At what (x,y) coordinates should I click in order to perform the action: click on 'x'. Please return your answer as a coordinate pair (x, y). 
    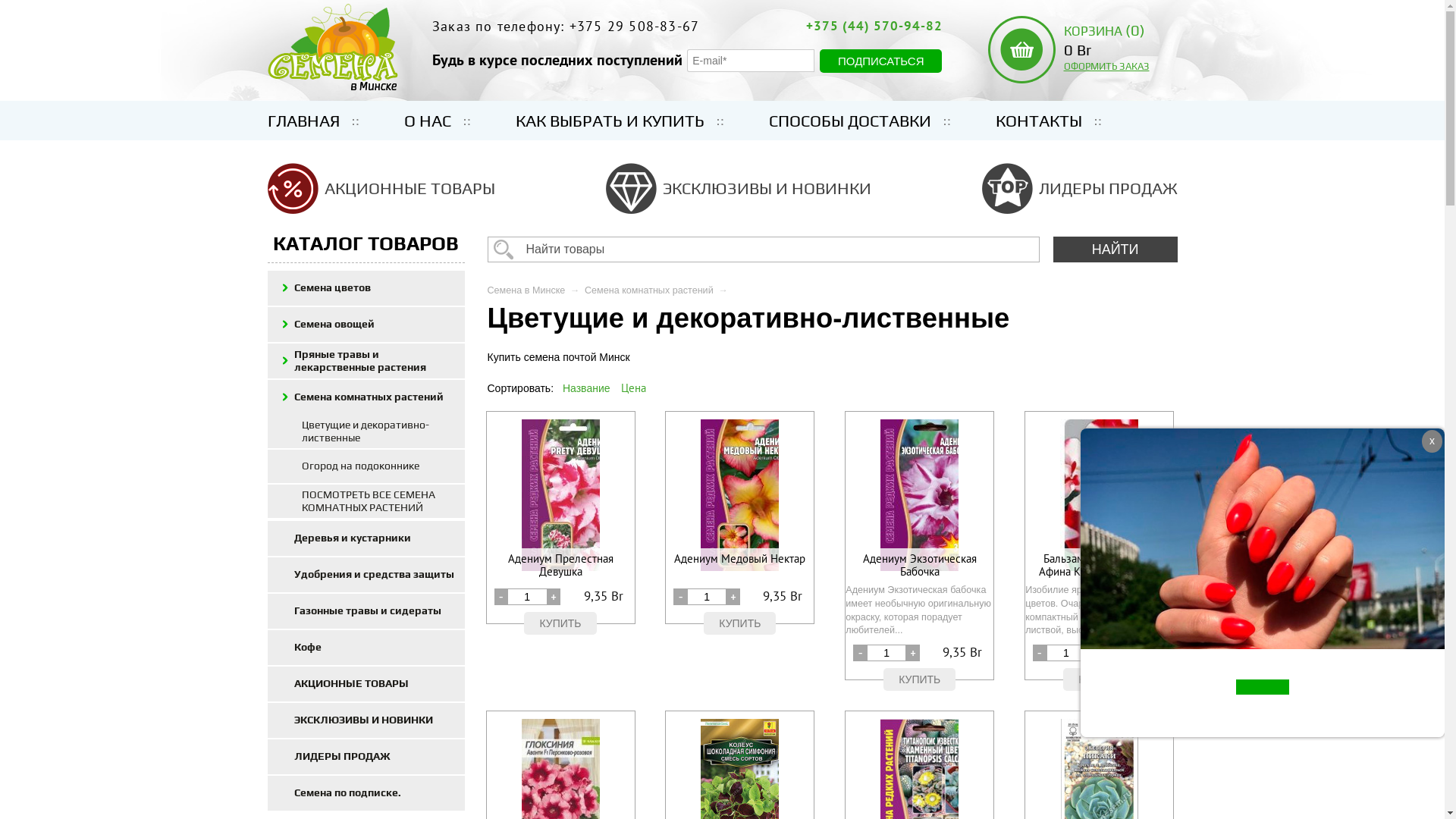
    Looking at the image, I should click on (1431, 441).